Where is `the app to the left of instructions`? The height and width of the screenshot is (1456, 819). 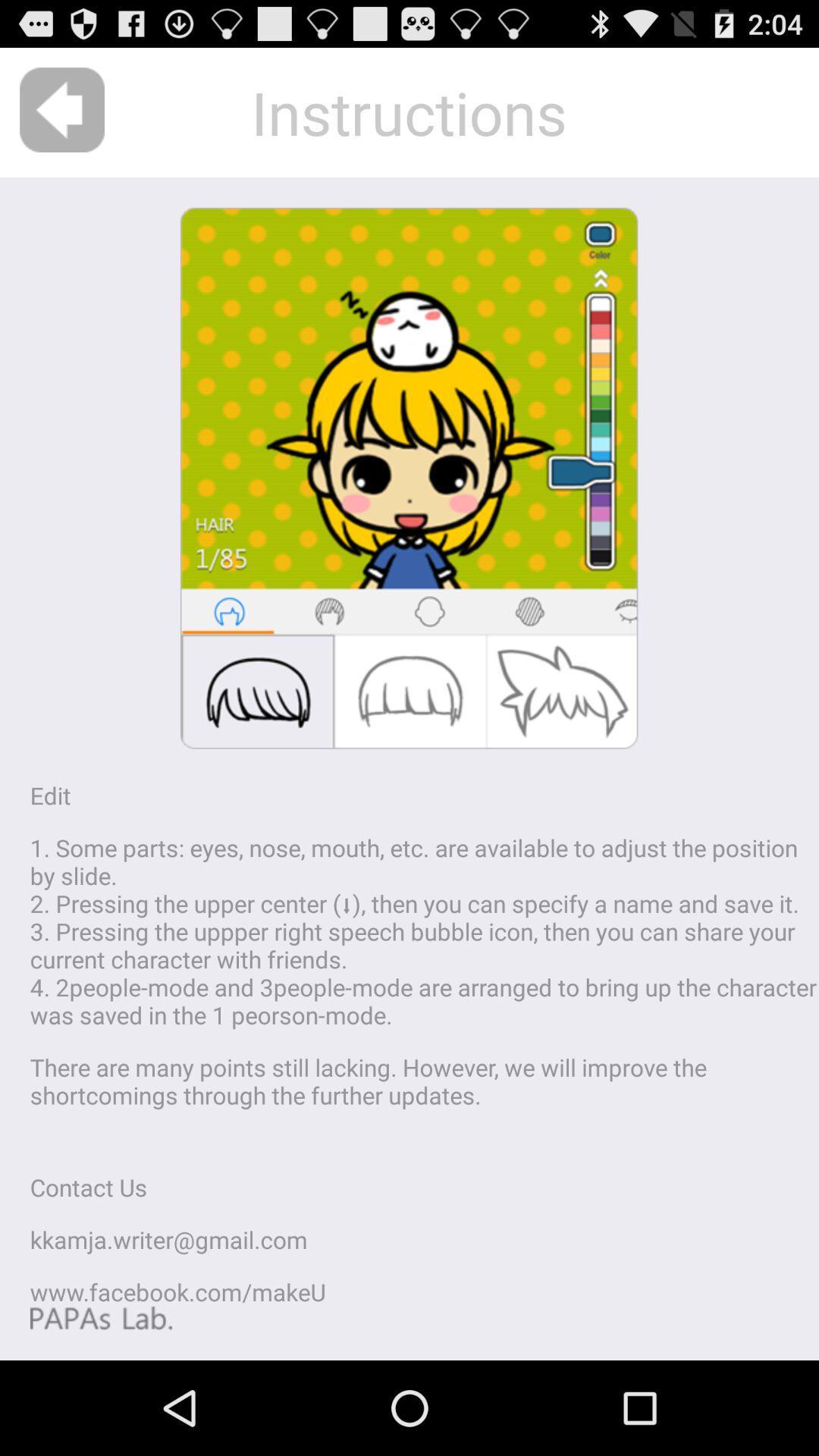 the app to the left of instructions is located at coordinates (61, 109).